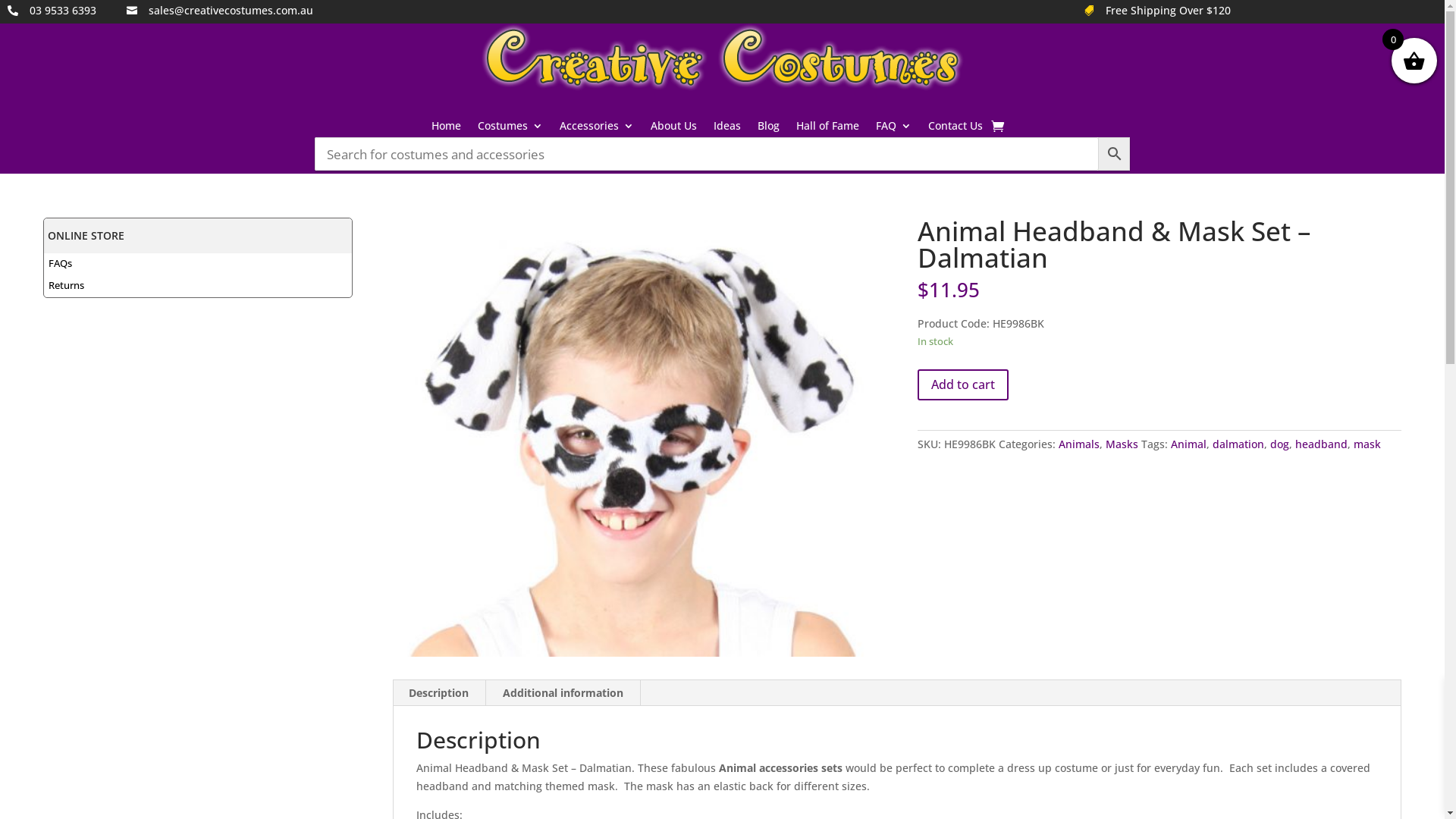  I want to click on 'Animals', so click(1078, 444).